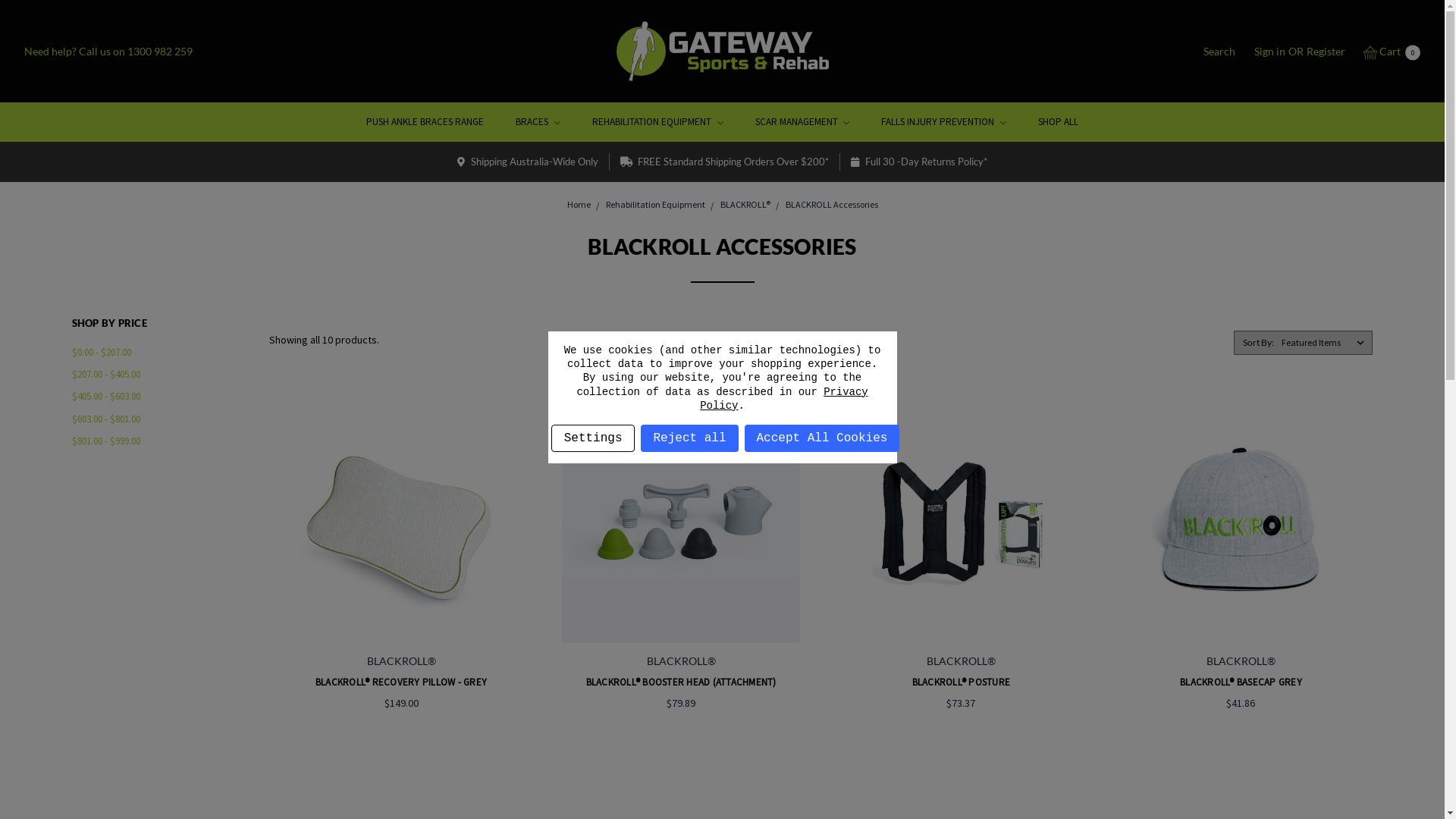 The width and height of the screenshot is (1456, 819). I want to click on 'REHABILITATION EQUIPMENT', so click(657, 121).